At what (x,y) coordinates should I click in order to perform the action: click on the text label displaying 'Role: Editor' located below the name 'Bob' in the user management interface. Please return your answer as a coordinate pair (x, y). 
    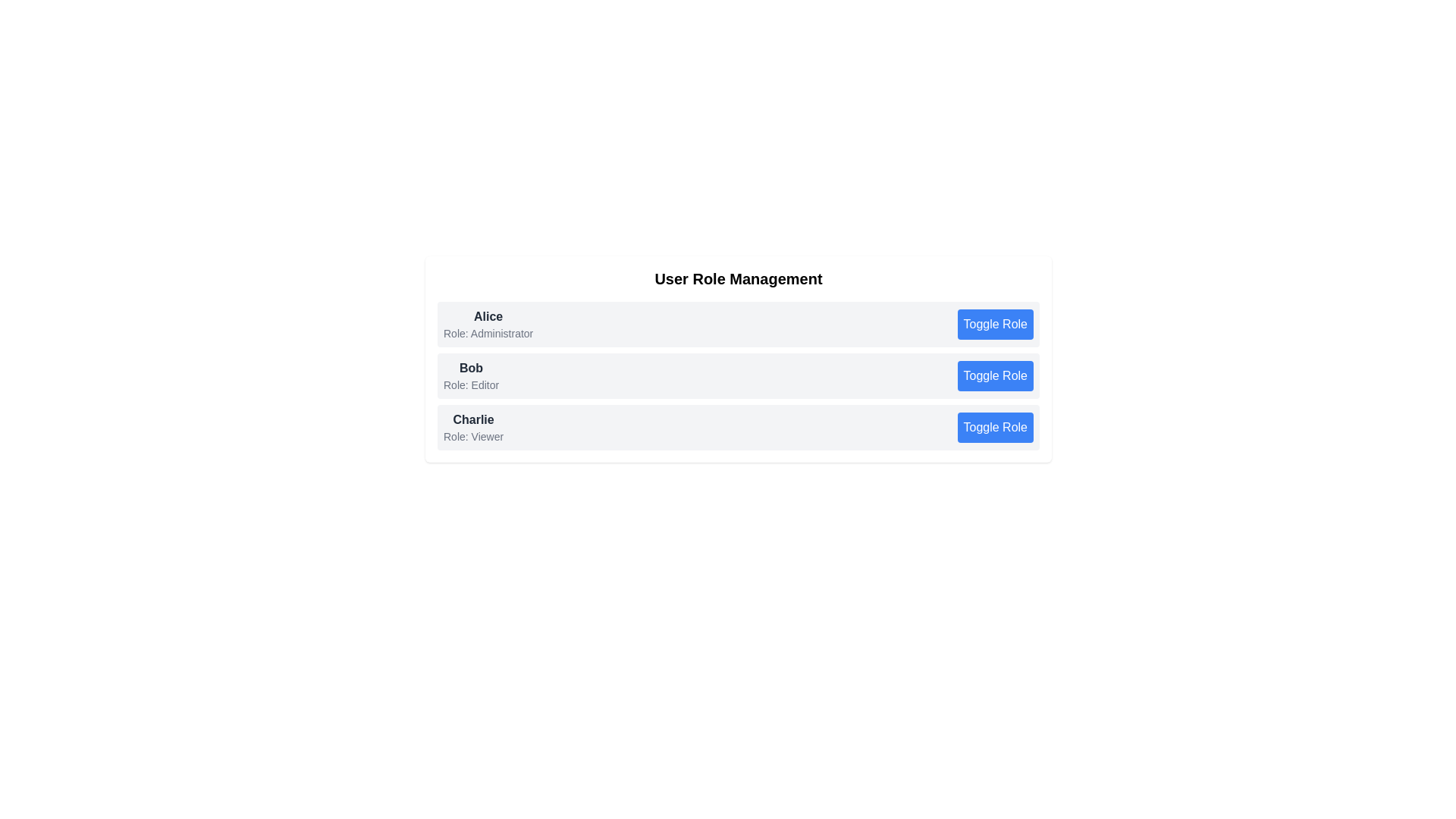
    Looking at the image, I should click on (470, 384).